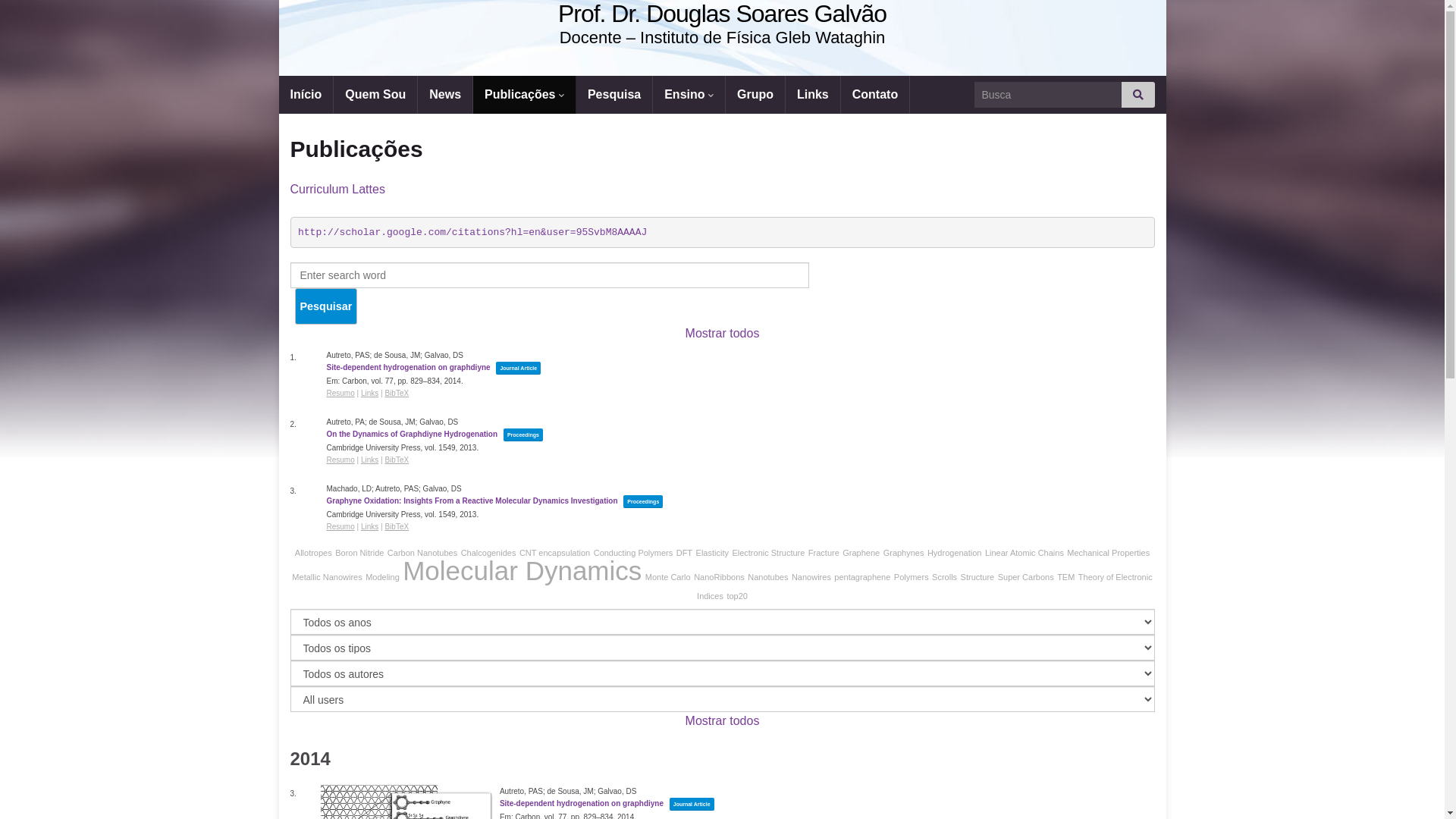  Describe the element at coordinates (953, 553) in the screenshot. I see `'Hydrogenation'` at that location.